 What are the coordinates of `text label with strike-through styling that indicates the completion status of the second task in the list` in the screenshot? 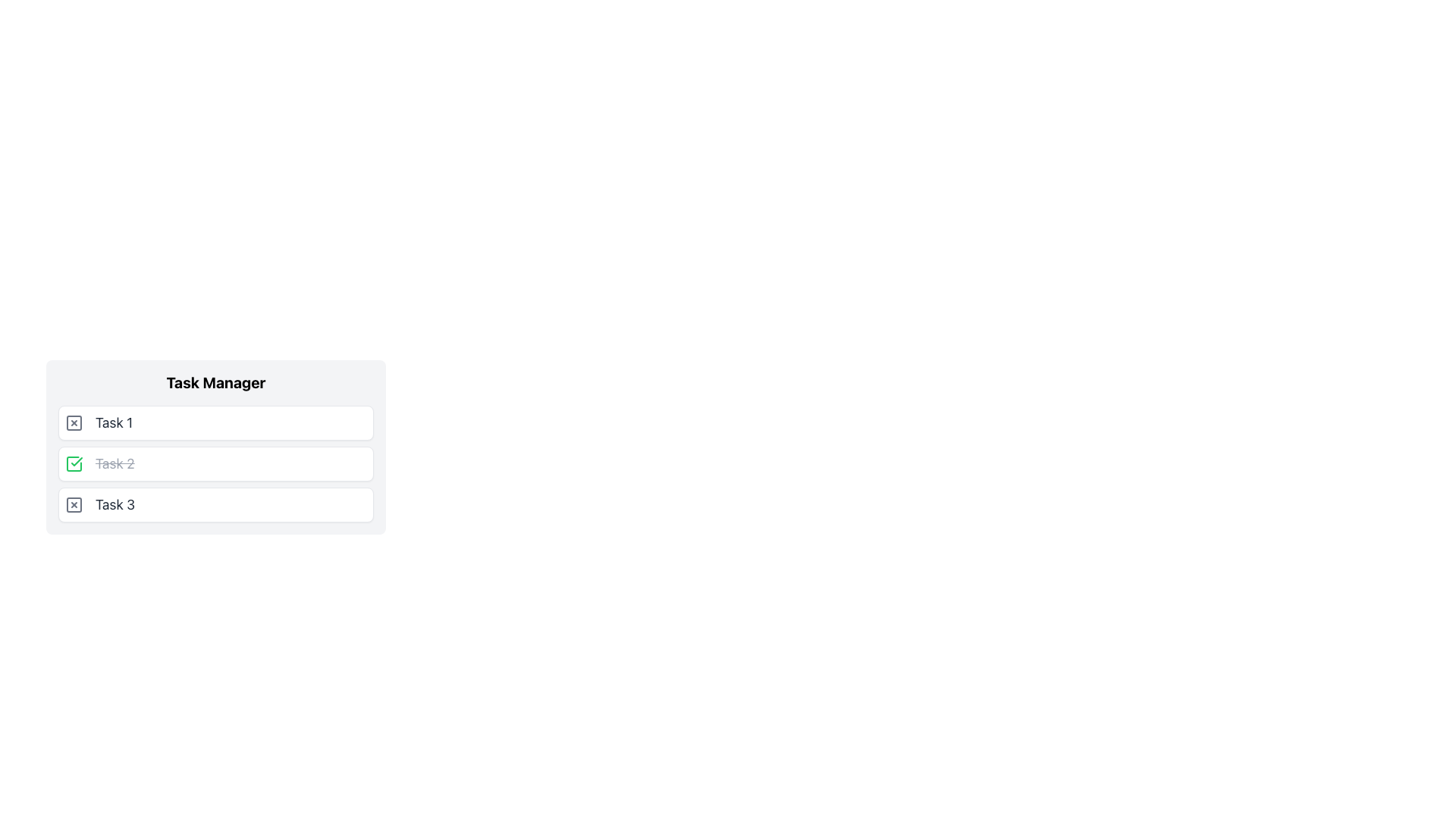 It's located at (114, 463).